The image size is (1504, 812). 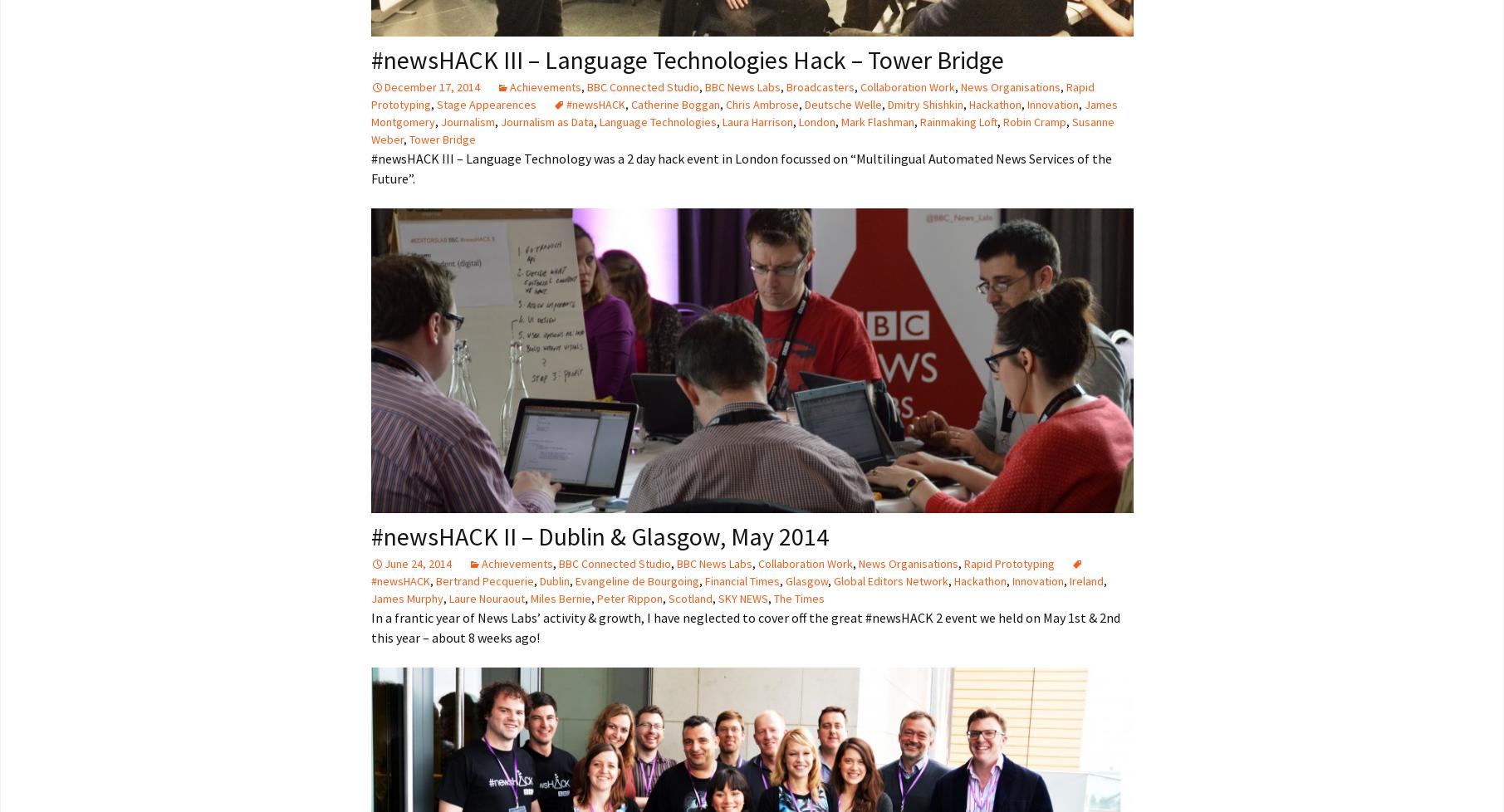 I want to click on 'Mark Flashman', so click(x=876, y=121).